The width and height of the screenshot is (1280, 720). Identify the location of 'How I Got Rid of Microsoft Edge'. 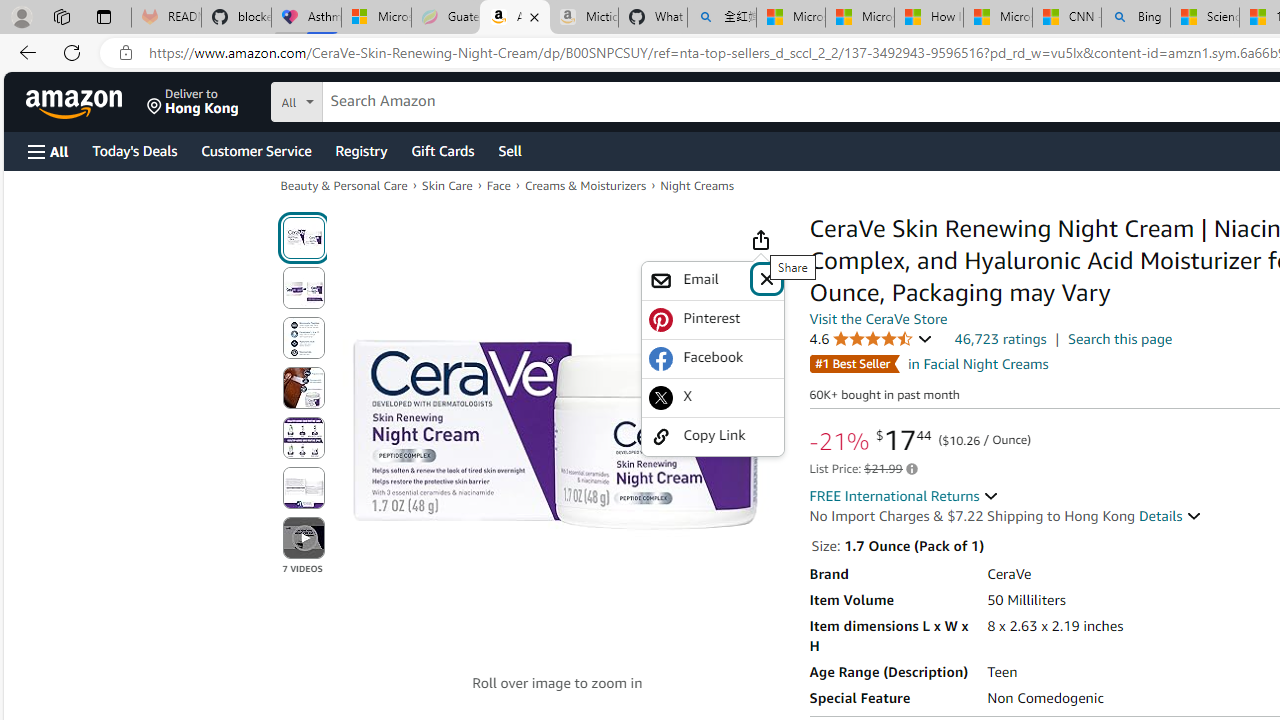
(927, 17).